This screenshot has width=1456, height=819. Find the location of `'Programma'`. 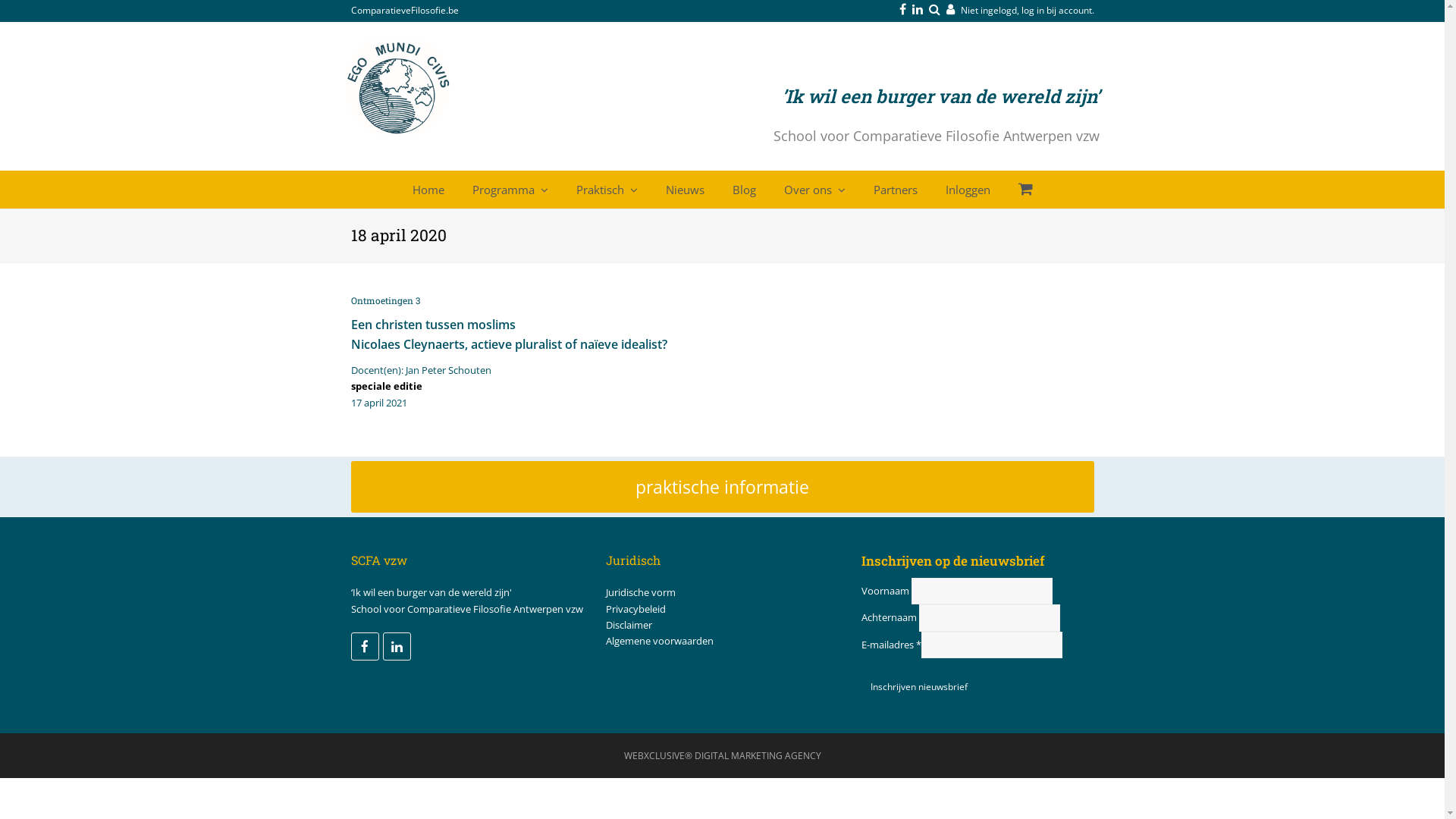

'Programma' is located at coordinates (510, 189).